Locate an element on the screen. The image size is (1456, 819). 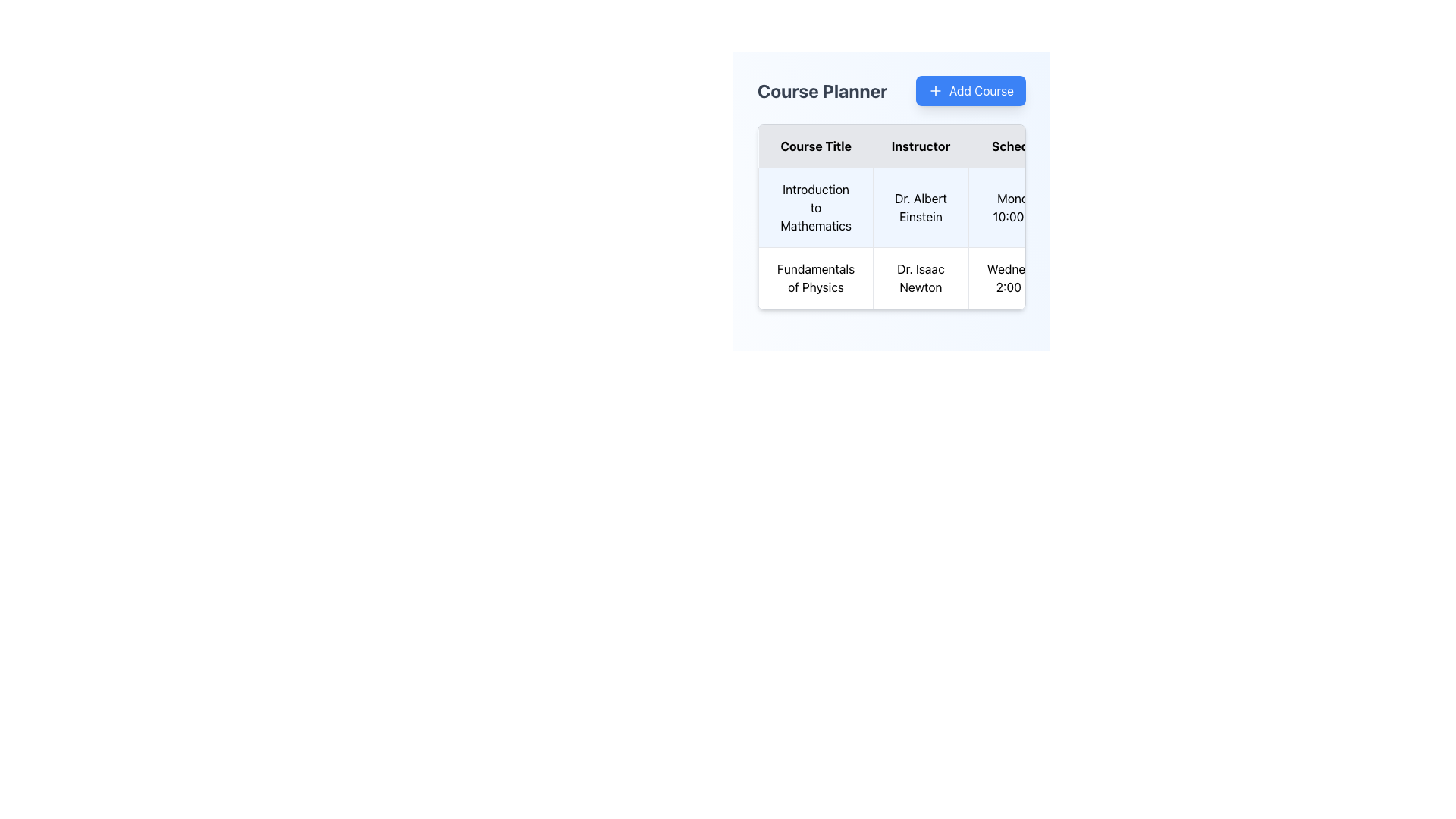
the second row of the course details table that includes the course title 'Fundamentals of Physics', instructor 'Dr. Isaac Newton', and schedule 'Wednesday 2:00 PM' is located at coordinates (954, 278).